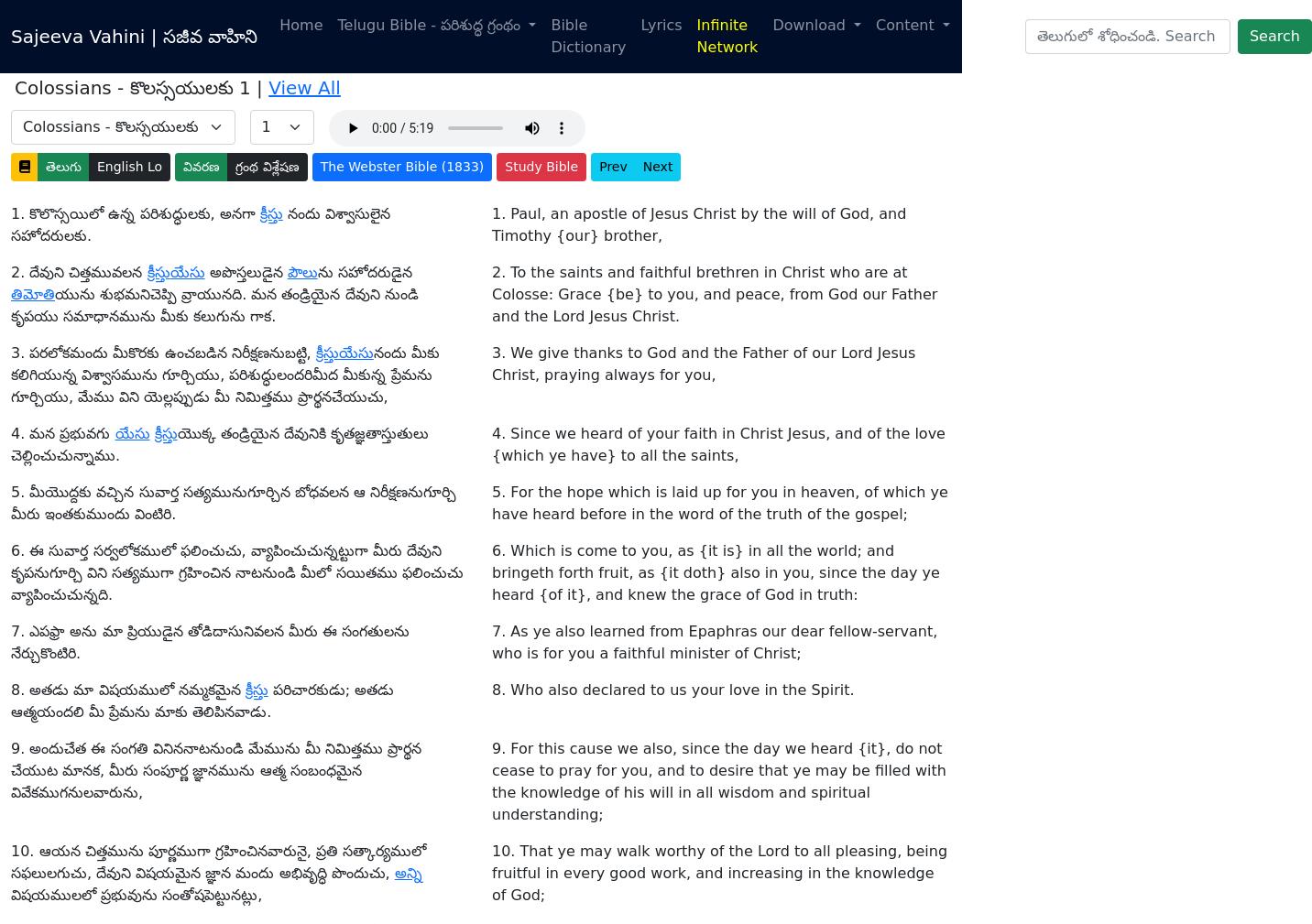  Describe the element at coordinates (232, 133) in the screenshot. I see `'24. ఇప్పుడు మీకొరకు నేను అనుభవించుచున్న శ్రమల యందు సంతోషించుచు, సంఘము అను ఆయన శరీరము కొరకు'` at that location.